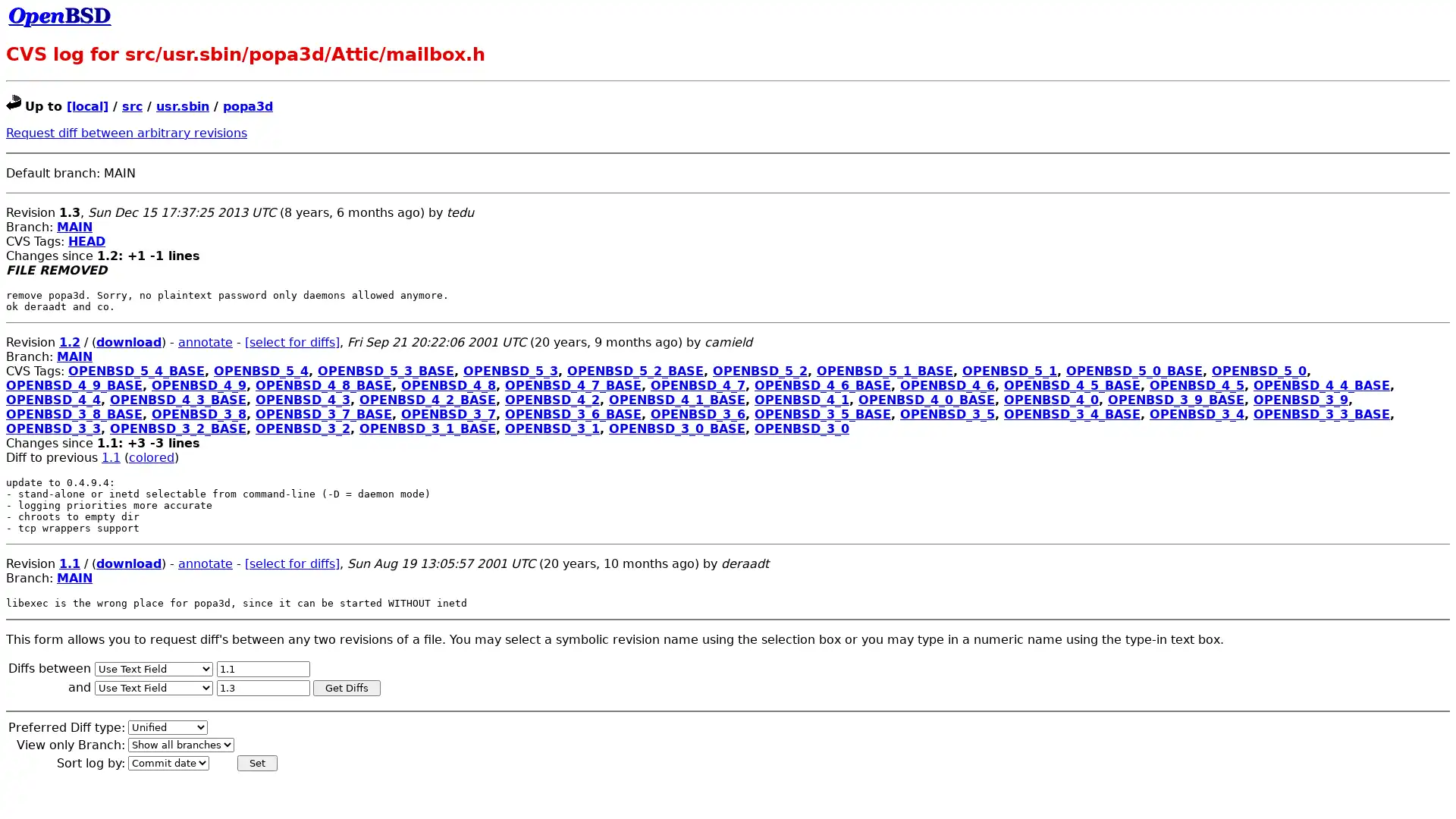  I want to click on Set, so click(257, 762).